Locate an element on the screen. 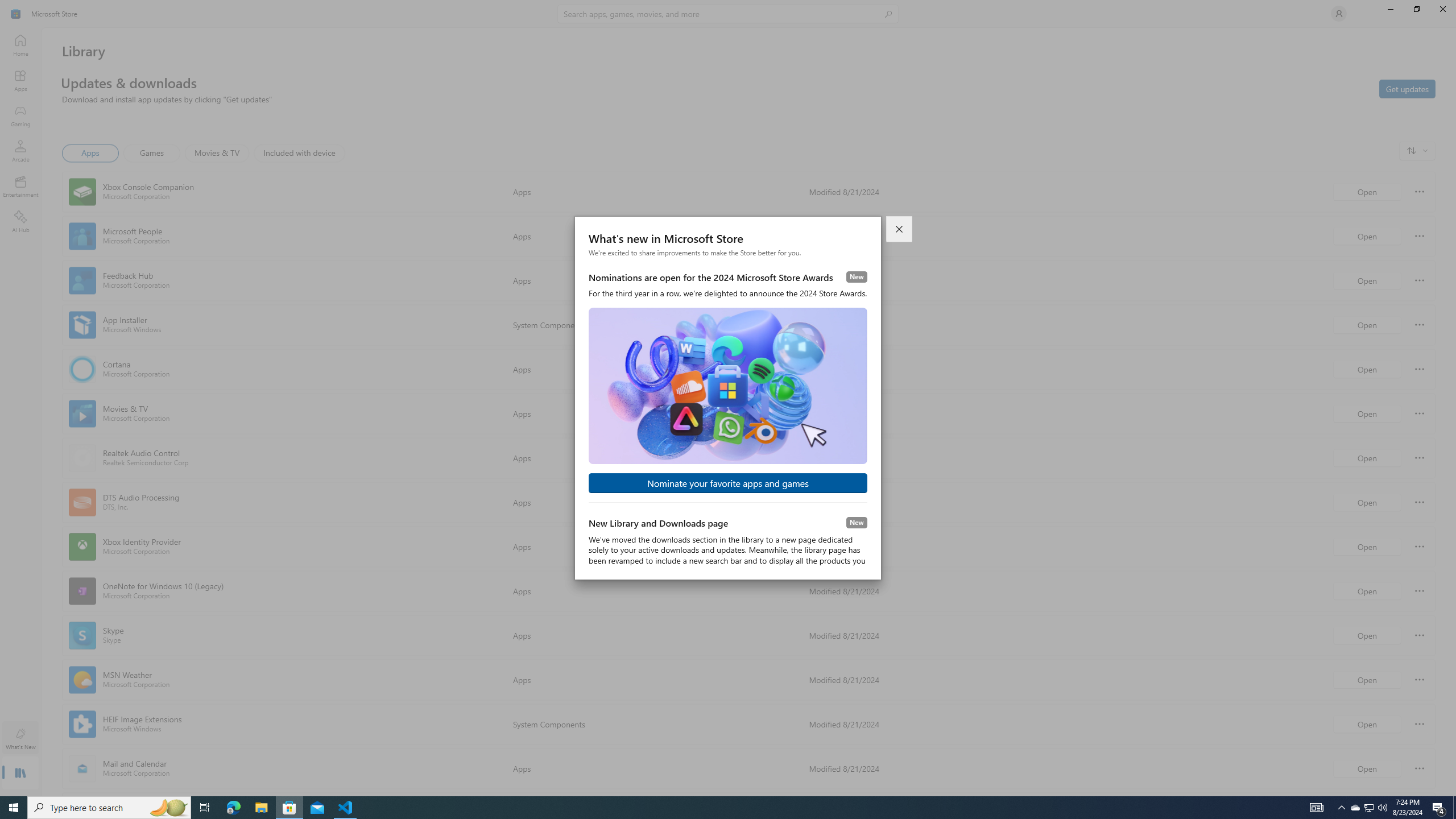 The width and height of the screenshot is (1456, 819). 'AI Hub' is located at coordinates (19, 221).